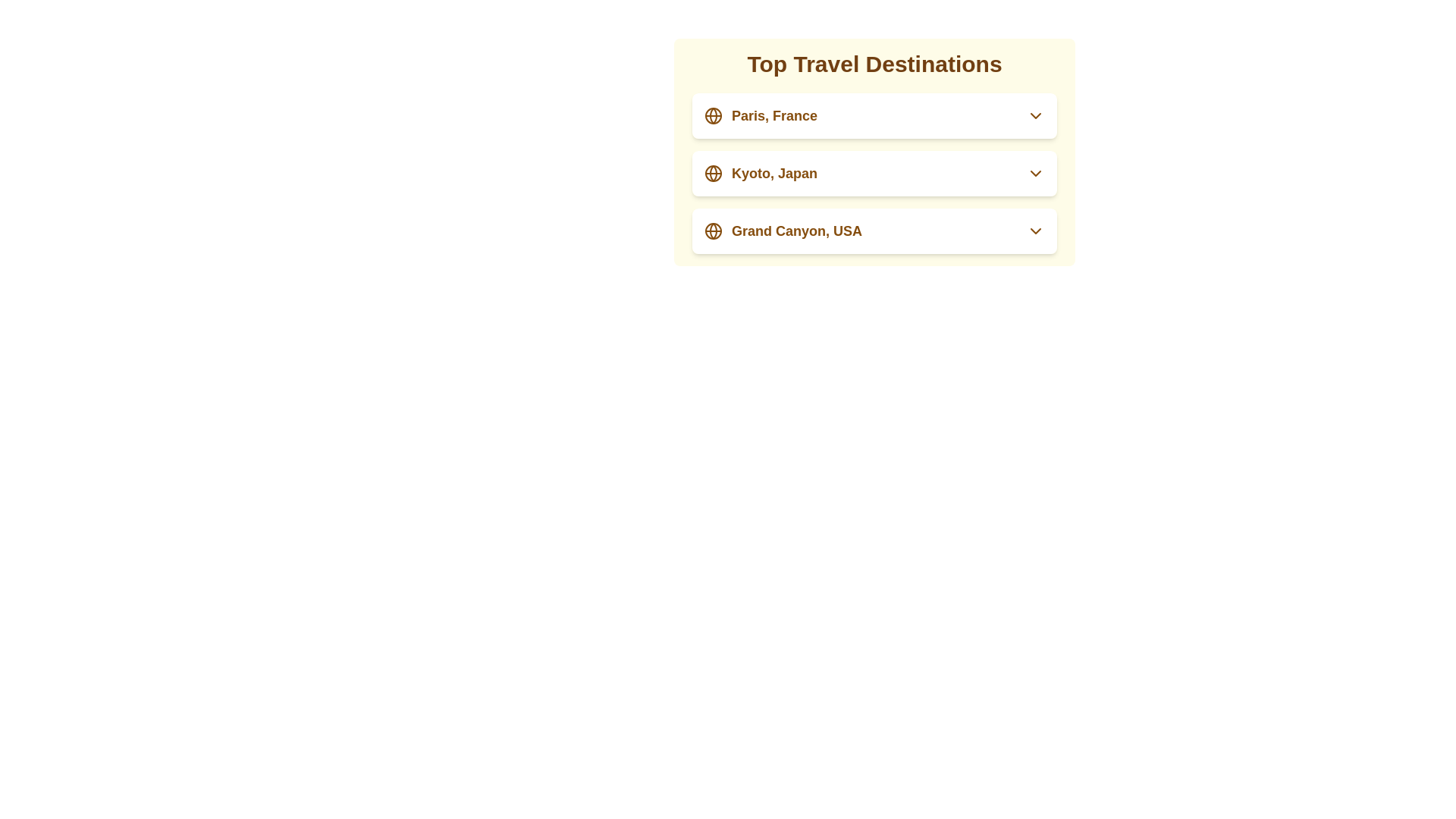 This screenshot has width=1456, height=819. Describe the element at coordinates (874, 172) in the screenshot. I see `the middle item in the list labeled 'Kyoto, Japan'` at that location.